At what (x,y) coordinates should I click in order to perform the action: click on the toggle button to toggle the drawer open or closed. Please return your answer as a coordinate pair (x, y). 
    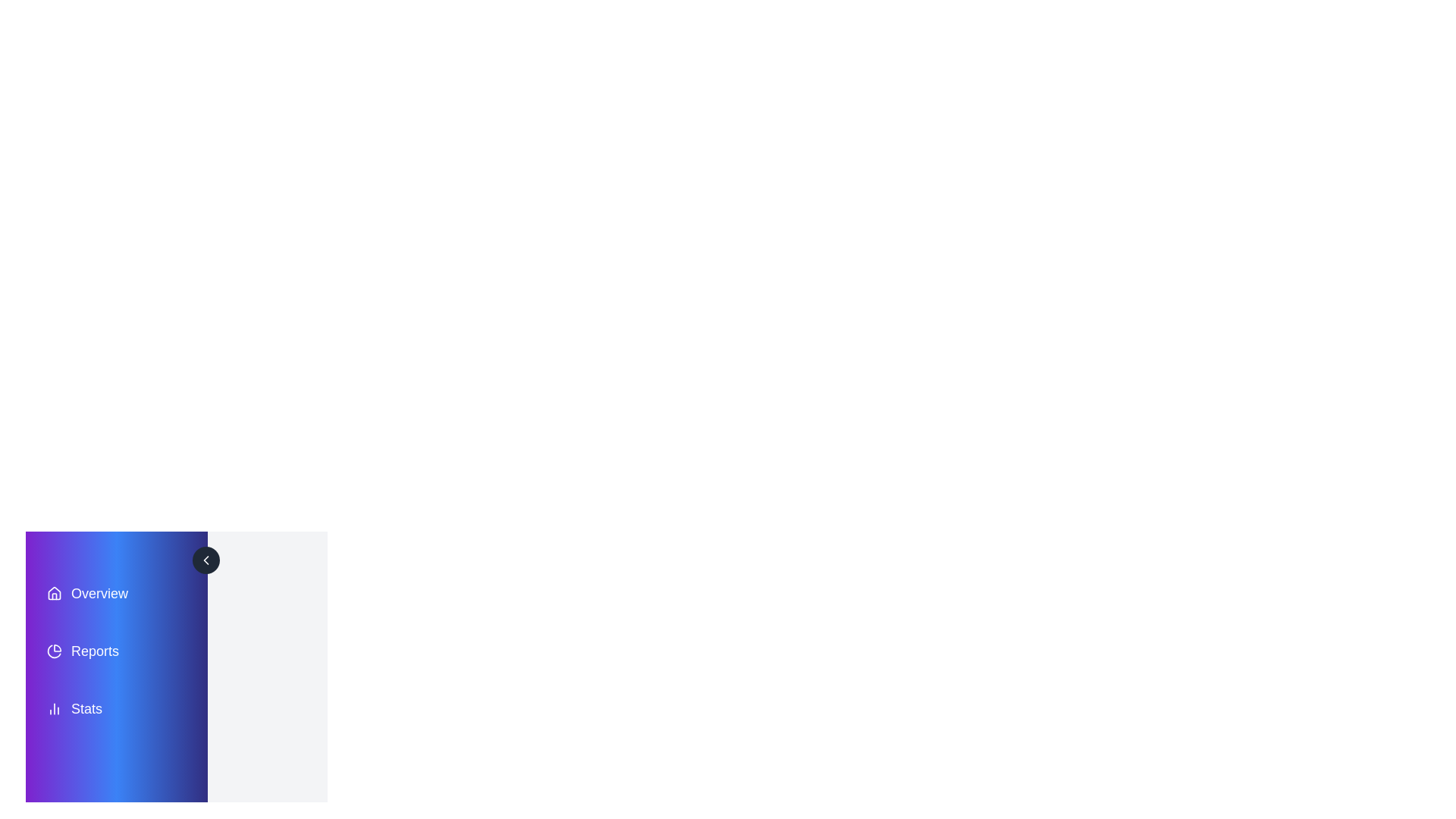
    Looking at the image, I should click on (206, 560).